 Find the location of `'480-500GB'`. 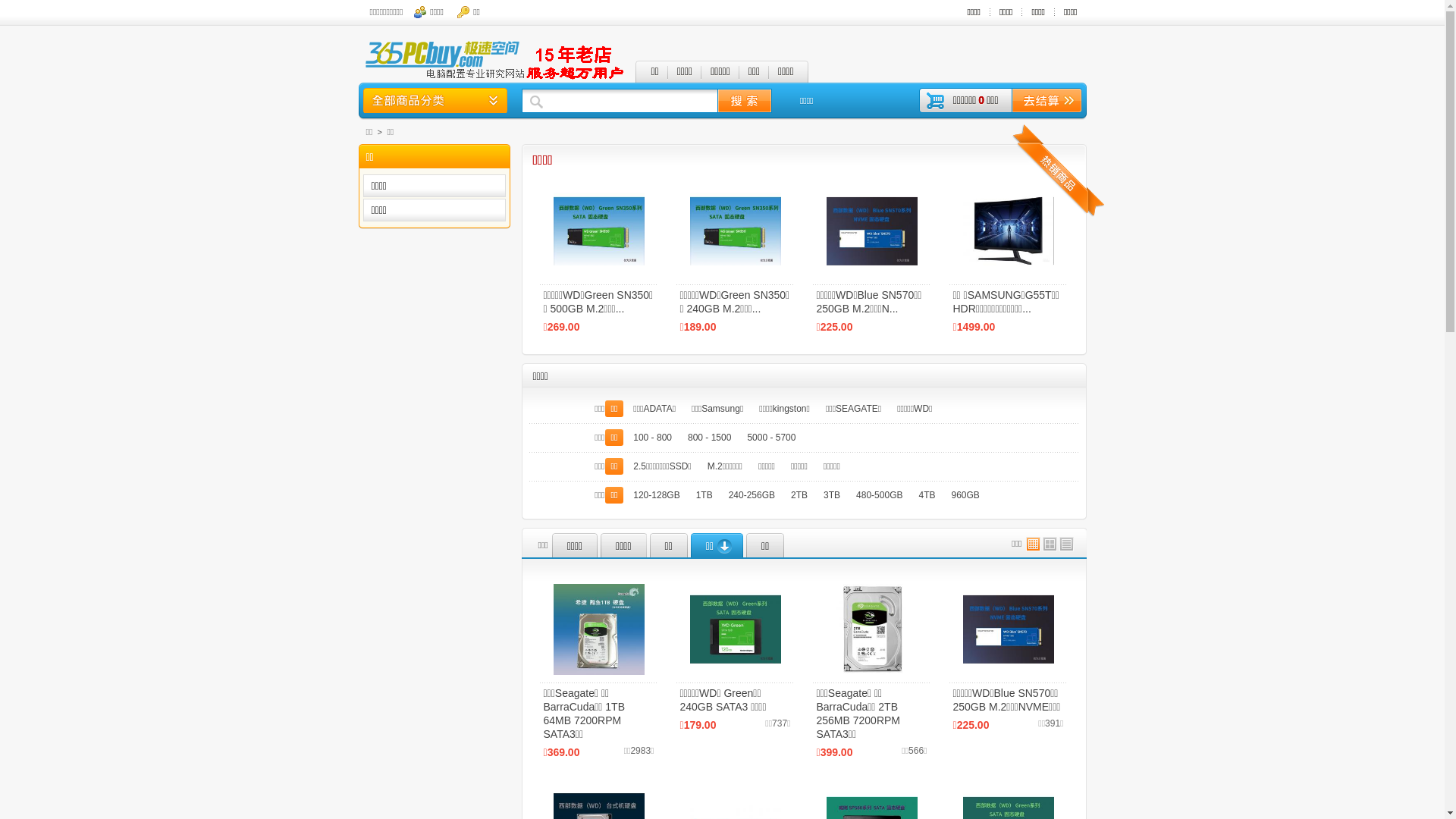

'480-500GB' is located at coordinates (879, 494).